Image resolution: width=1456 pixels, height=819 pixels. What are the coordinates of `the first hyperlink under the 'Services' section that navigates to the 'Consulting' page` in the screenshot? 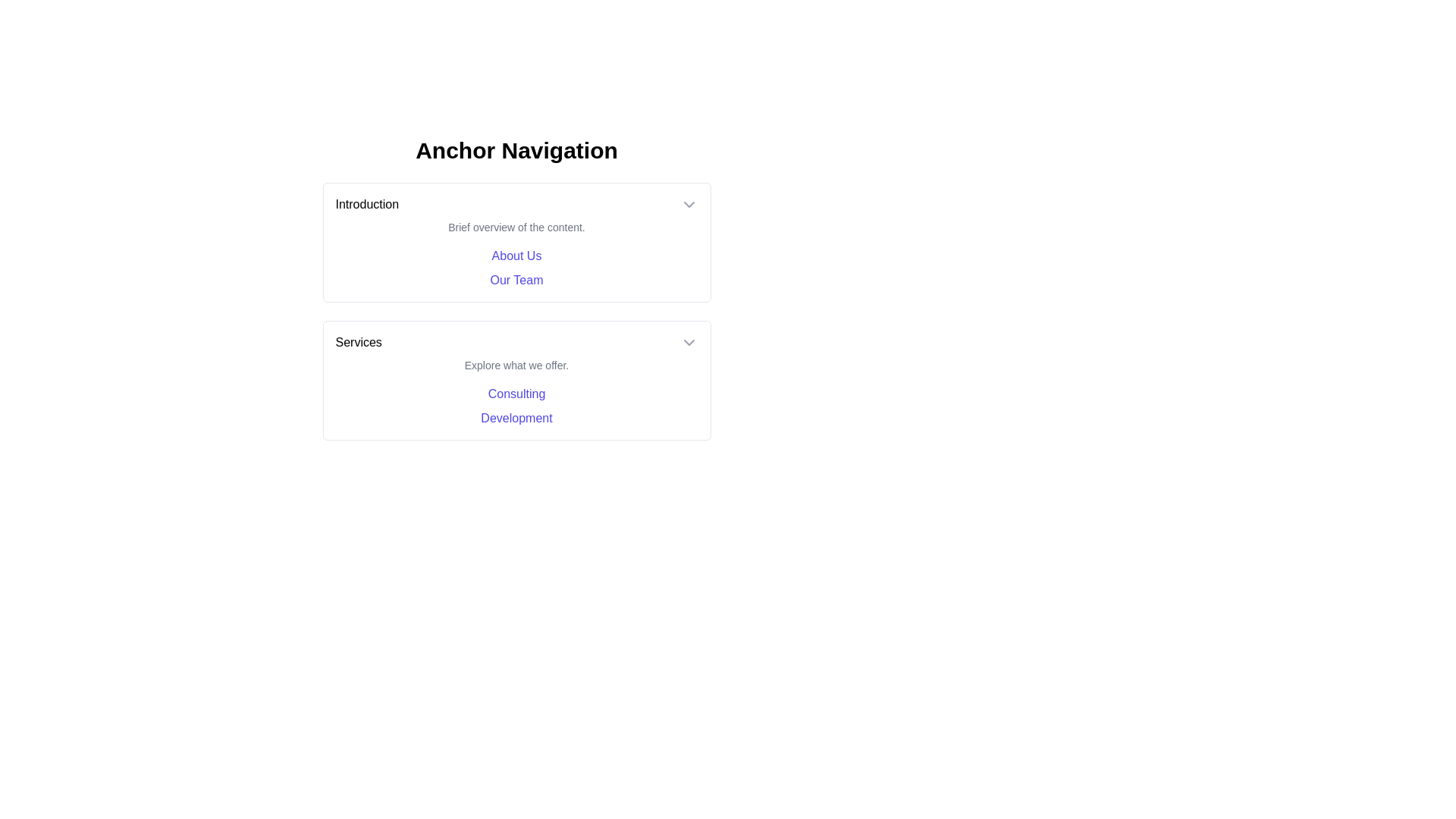 It's located at (516, 394).